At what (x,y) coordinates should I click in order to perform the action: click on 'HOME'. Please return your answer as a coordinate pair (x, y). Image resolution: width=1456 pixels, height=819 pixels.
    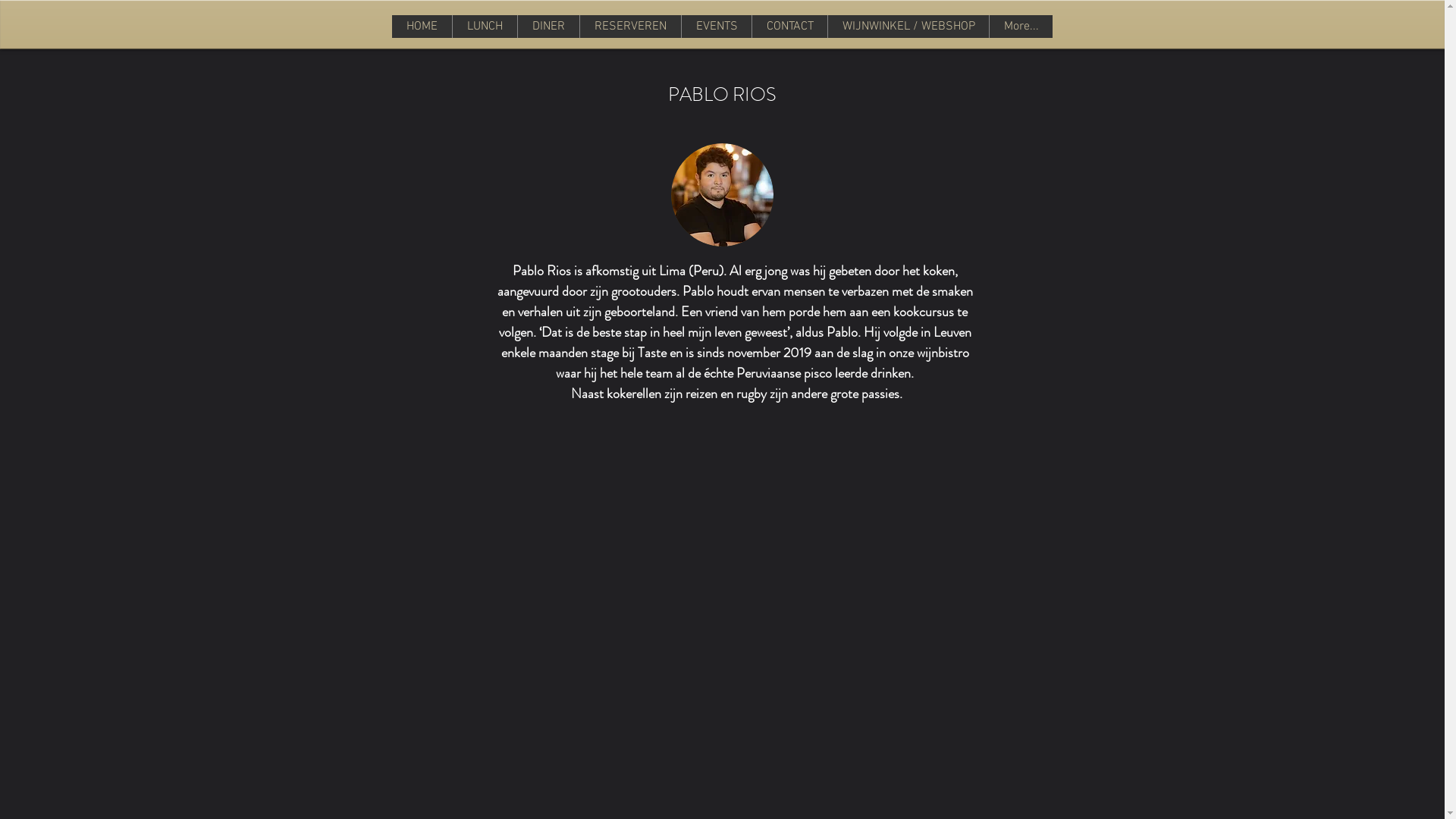
    Looking at the image, I should click on (422, 26).